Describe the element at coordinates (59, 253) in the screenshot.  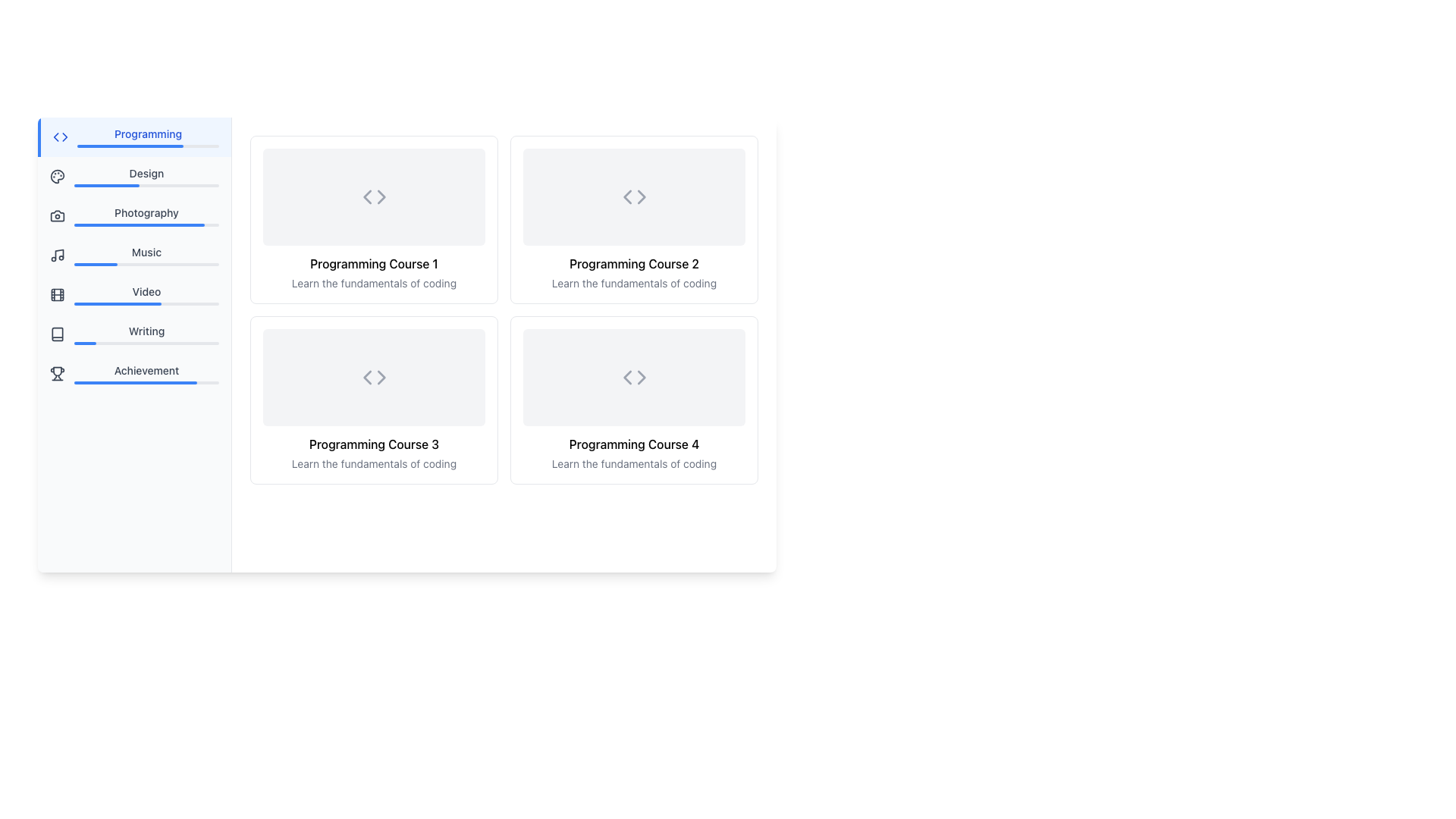
I see `the 'Music' menu item by clicking on the musical note icon, which is the fourth item from the top in the vertical menu on the far left` at that location.